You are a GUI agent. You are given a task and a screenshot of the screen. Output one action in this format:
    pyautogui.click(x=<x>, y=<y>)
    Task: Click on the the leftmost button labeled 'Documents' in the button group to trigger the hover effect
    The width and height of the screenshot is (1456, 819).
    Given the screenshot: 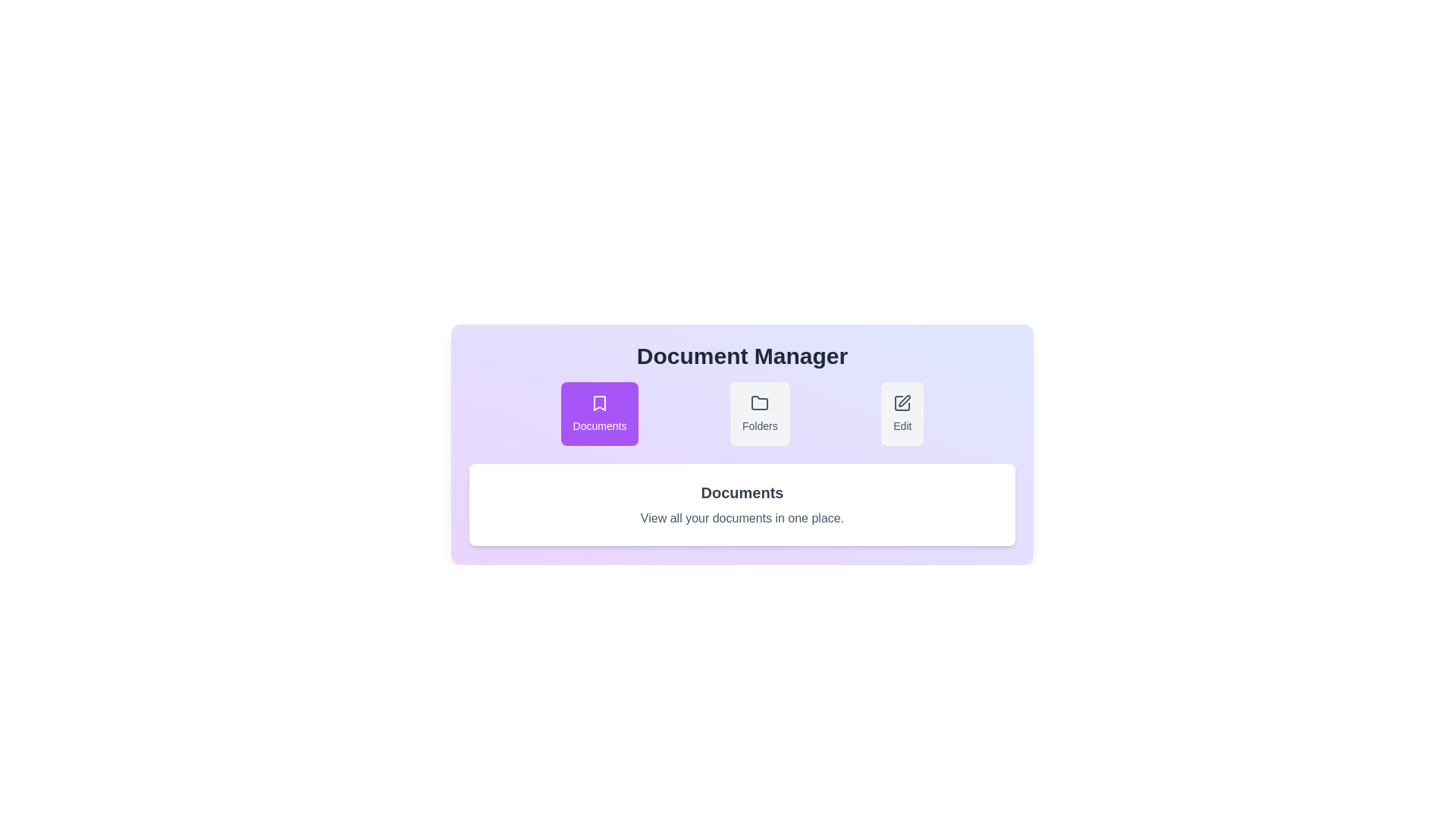 What is the action you would take?
    pyautogui.click(x=599, y=414)
    